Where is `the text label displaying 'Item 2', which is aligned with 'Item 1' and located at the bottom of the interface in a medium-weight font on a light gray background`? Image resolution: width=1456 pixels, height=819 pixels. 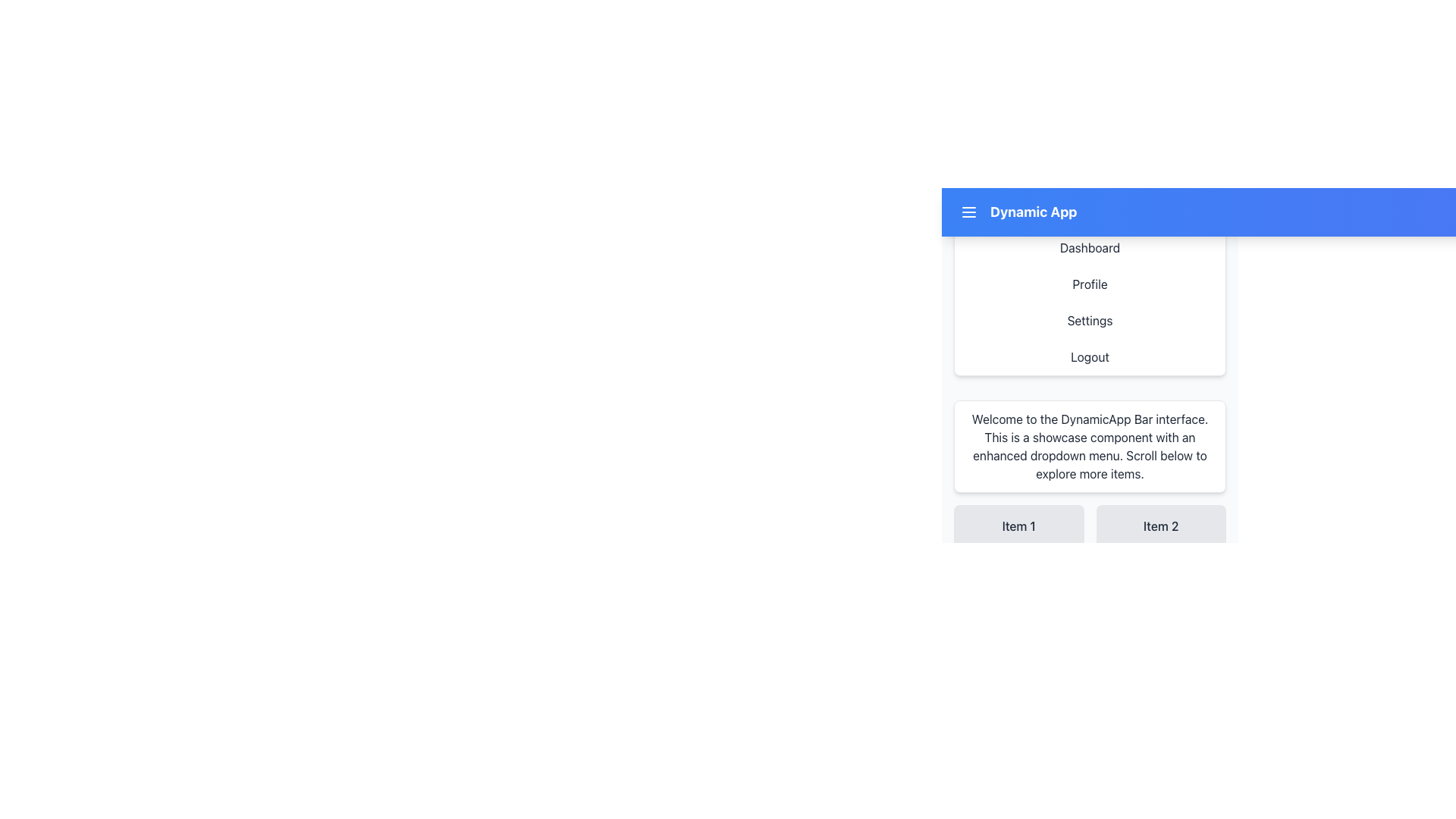
the text label displaying 'Item 2', which is aligned with 'Item 1' and located at the bottom of the interface in a medium-weight font on a light gray background is located at coordinates (1160, 526).